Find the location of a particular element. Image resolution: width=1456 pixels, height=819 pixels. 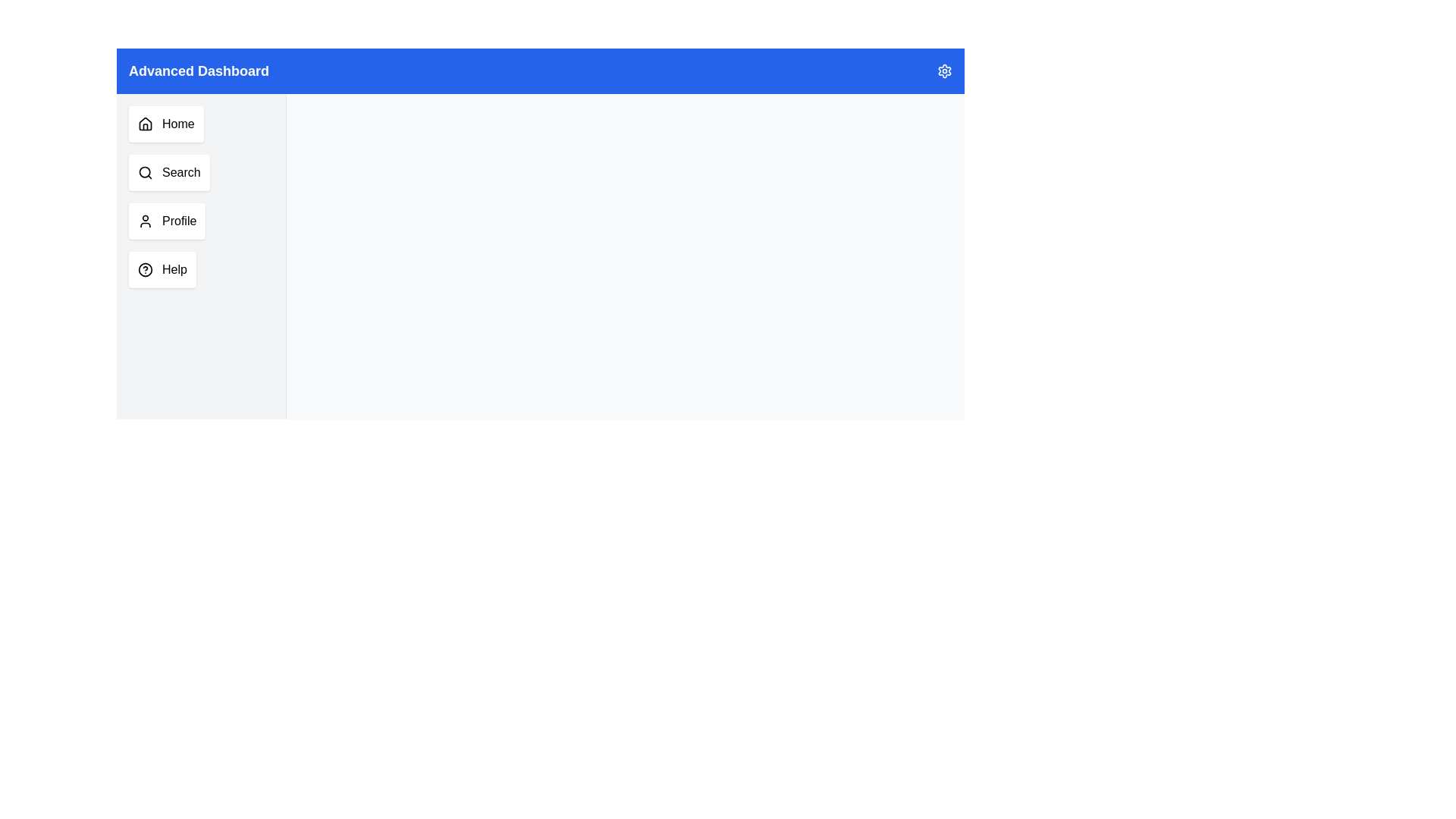

the stylized house icon, which is the first item in the vertical list of navigation items on the left side of the interface is located at coordinates (146, 122).